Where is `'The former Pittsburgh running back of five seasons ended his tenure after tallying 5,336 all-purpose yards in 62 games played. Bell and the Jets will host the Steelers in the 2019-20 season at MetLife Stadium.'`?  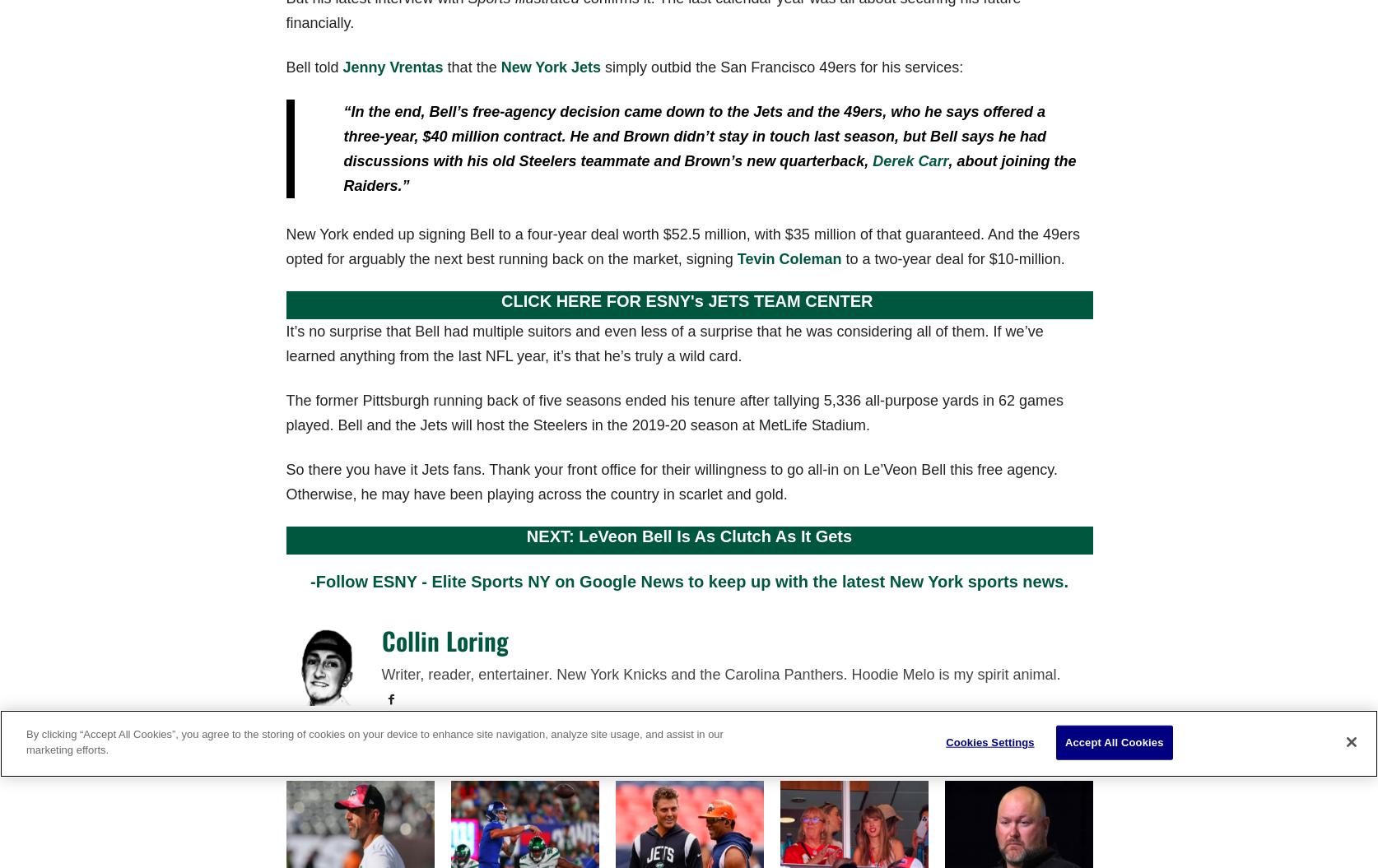
'The former Pittsburgh running back of five seasons ended his tenure after tallying 5,336 all-purpose yards in 62 games played. Bell and the Jets will host the Steelers in the 2019-20 season at MetLife Stadium.' is located at coordinates (673, 412).